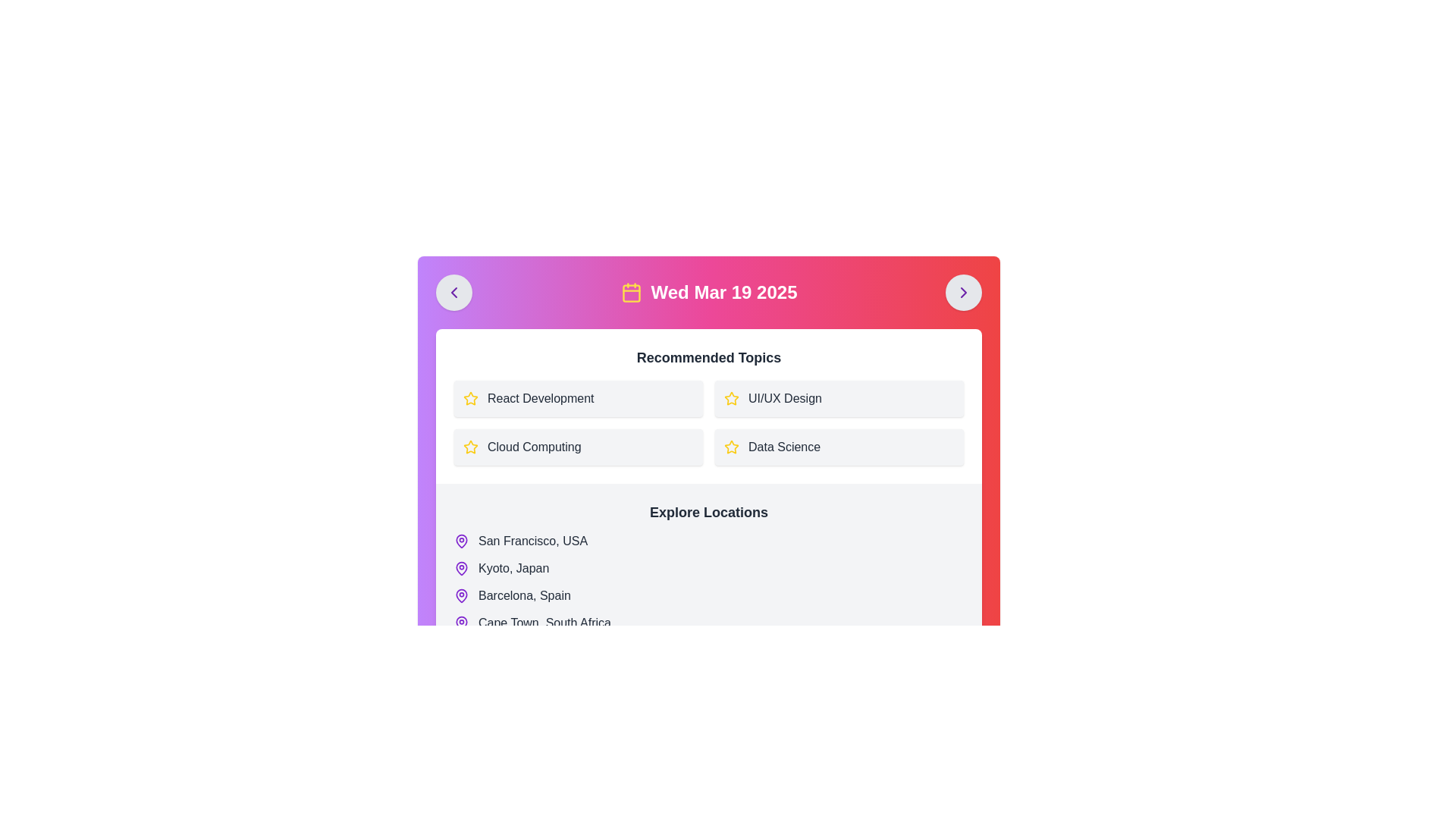 This screenshot has width=1456, height=819. What do you see at coordinates (469, 397) in the screenshot?
I see `the five-pointed star icon with a yellow outline and a white fill located in the 'Recommended Topics' section` at bounding box center [469, 397].